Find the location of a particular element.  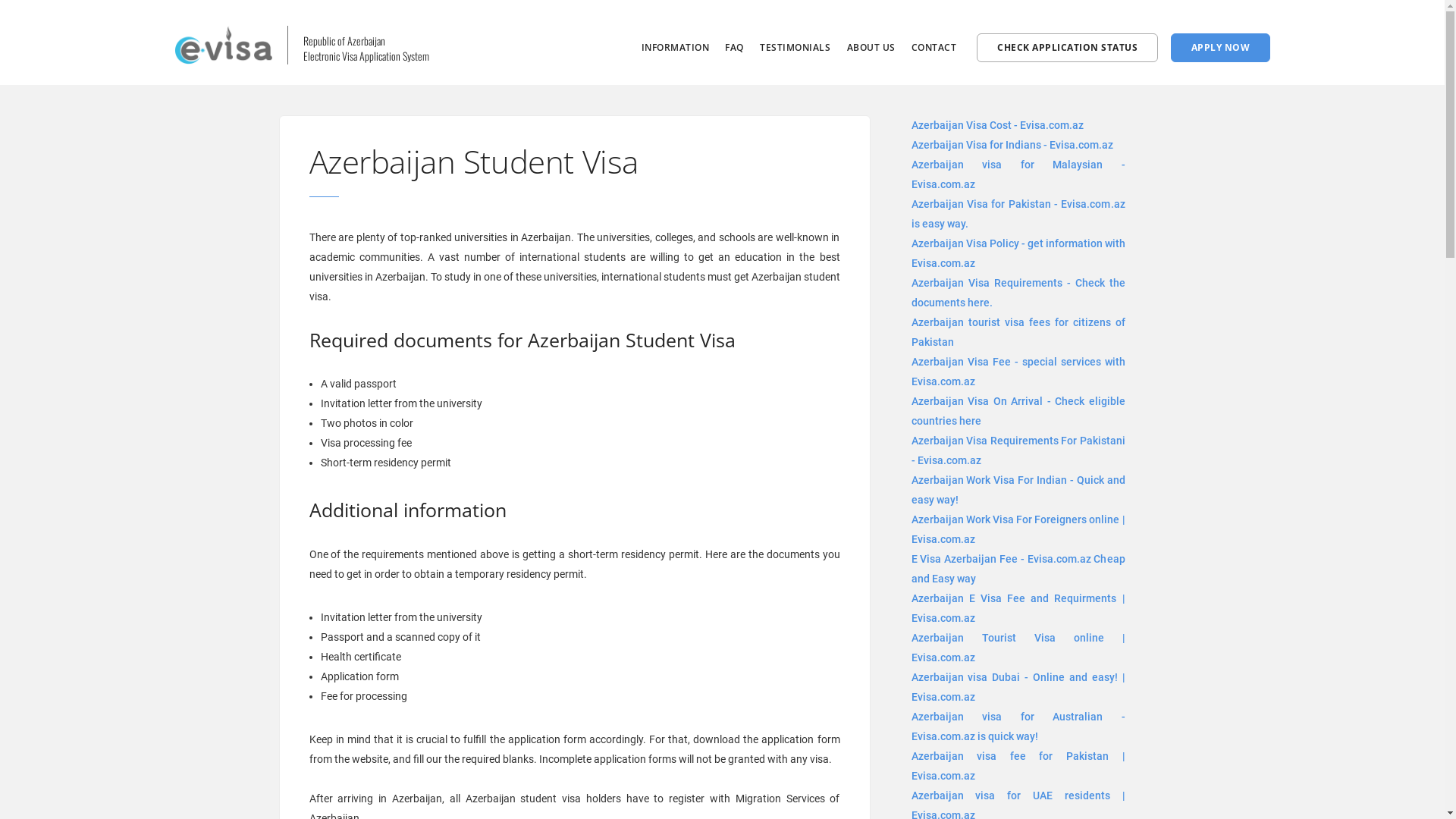

'Azerbaijan tourist visa fees for citizens of Pakistan' is located at coordinates (1018, 331).